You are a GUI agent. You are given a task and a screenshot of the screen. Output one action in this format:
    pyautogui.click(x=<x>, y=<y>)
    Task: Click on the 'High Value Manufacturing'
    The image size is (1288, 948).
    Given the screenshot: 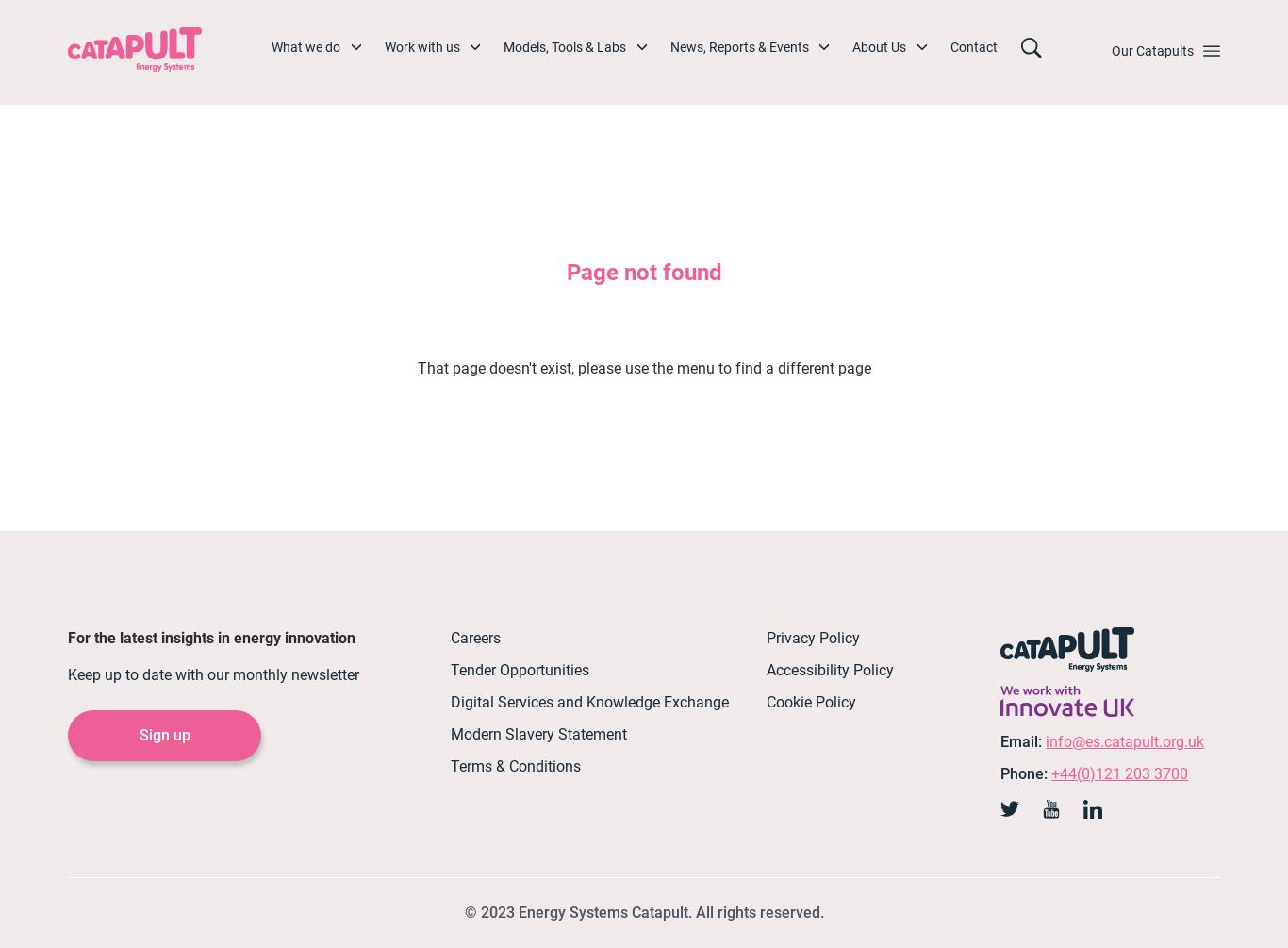 What is the action you would take?
    pyautogui.click(x=574, y=500)
    